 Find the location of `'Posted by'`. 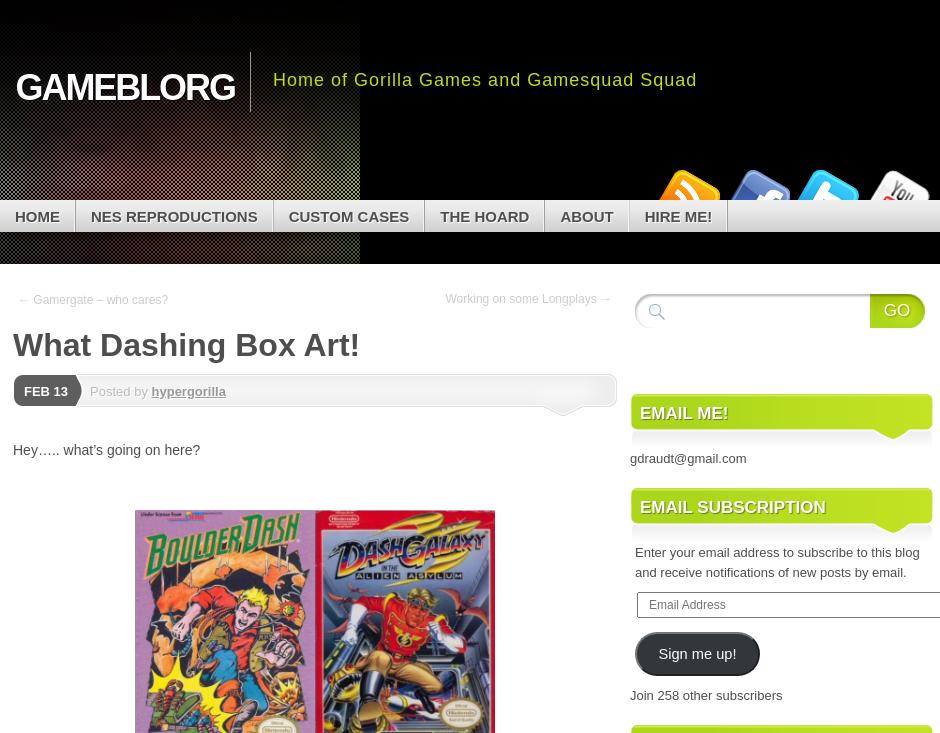

'Posted by' is located at coordinates (119, 390).